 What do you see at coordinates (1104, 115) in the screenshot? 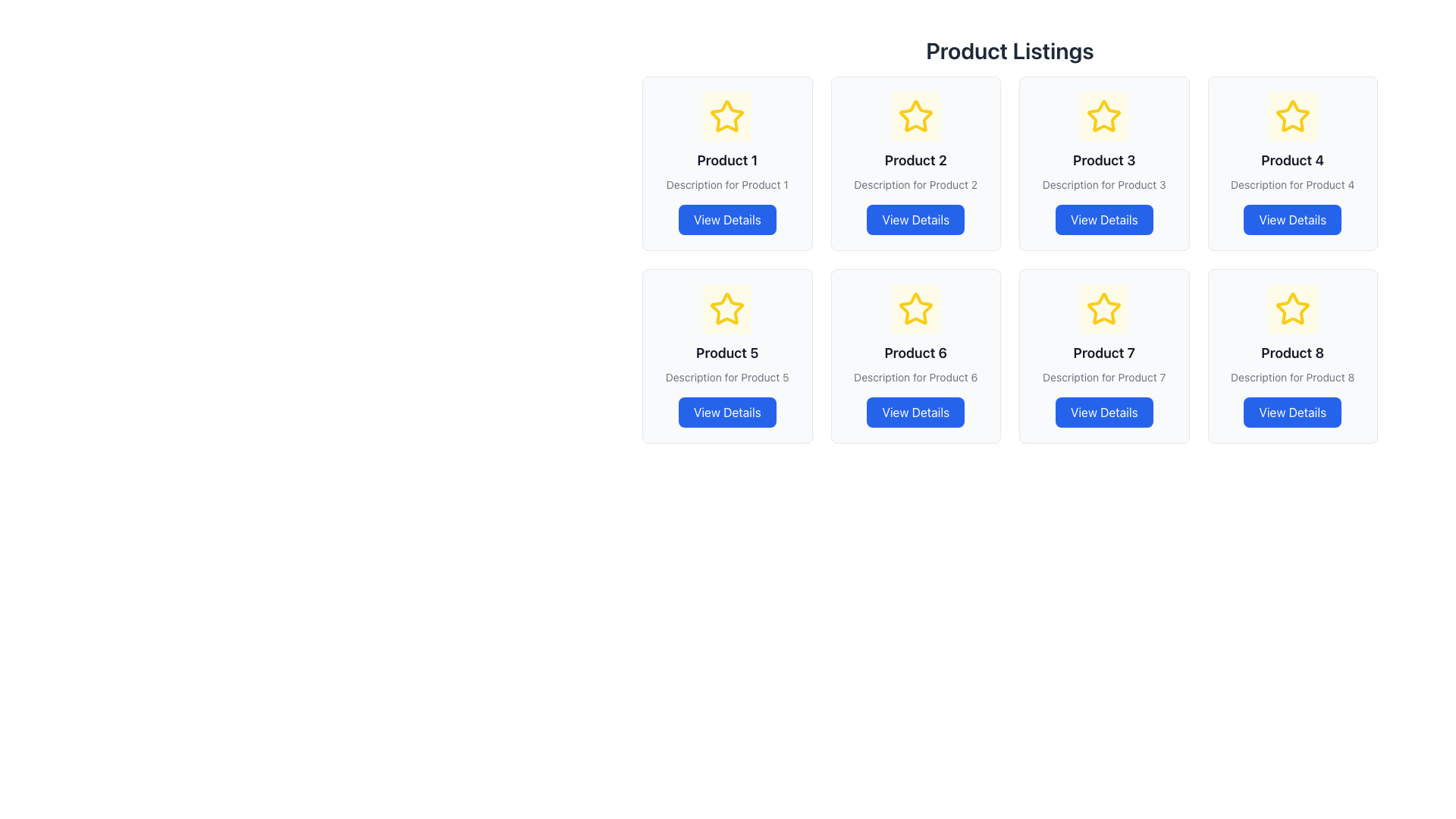
I see `the star icon representing the rating mechanism for 'Product 3', located in the first row and third column of the product grid, directly above the 'View Details' button` at bounding box center [1104, 115].